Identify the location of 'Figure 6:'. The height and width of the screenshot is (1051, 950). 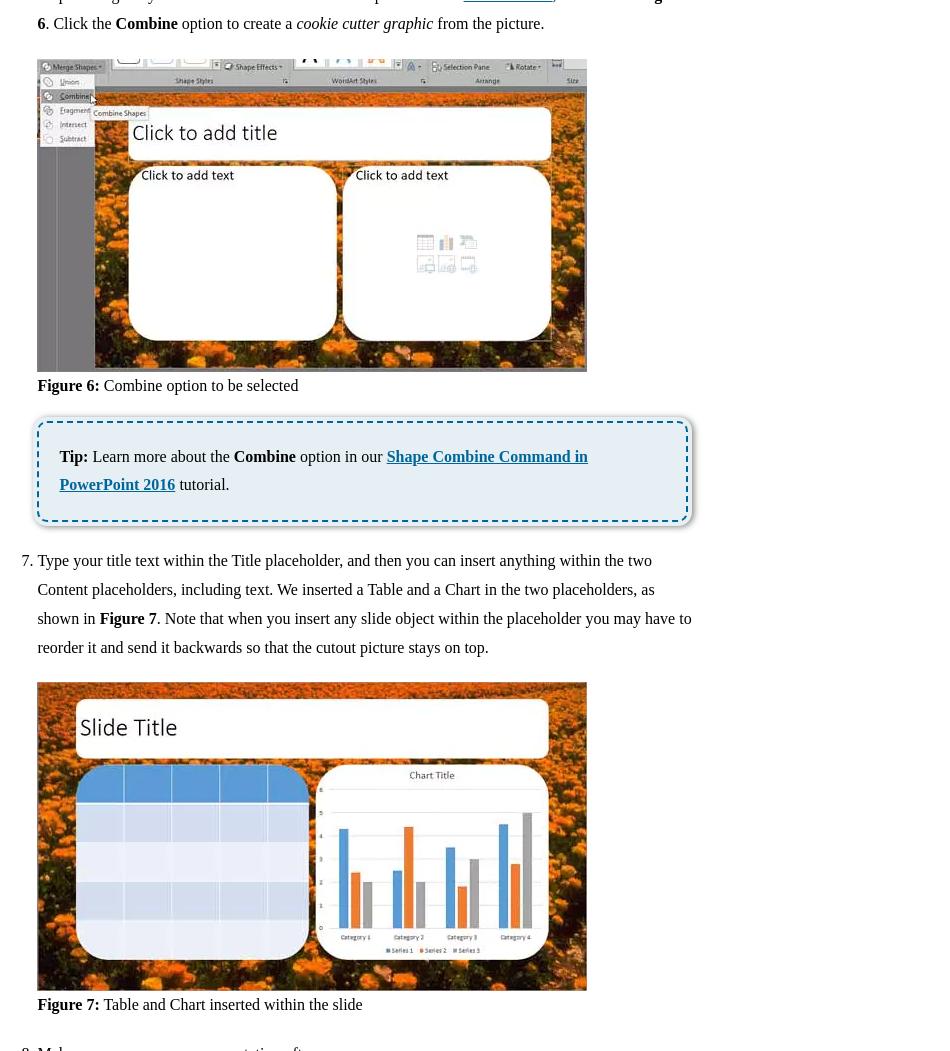
(68, 383).